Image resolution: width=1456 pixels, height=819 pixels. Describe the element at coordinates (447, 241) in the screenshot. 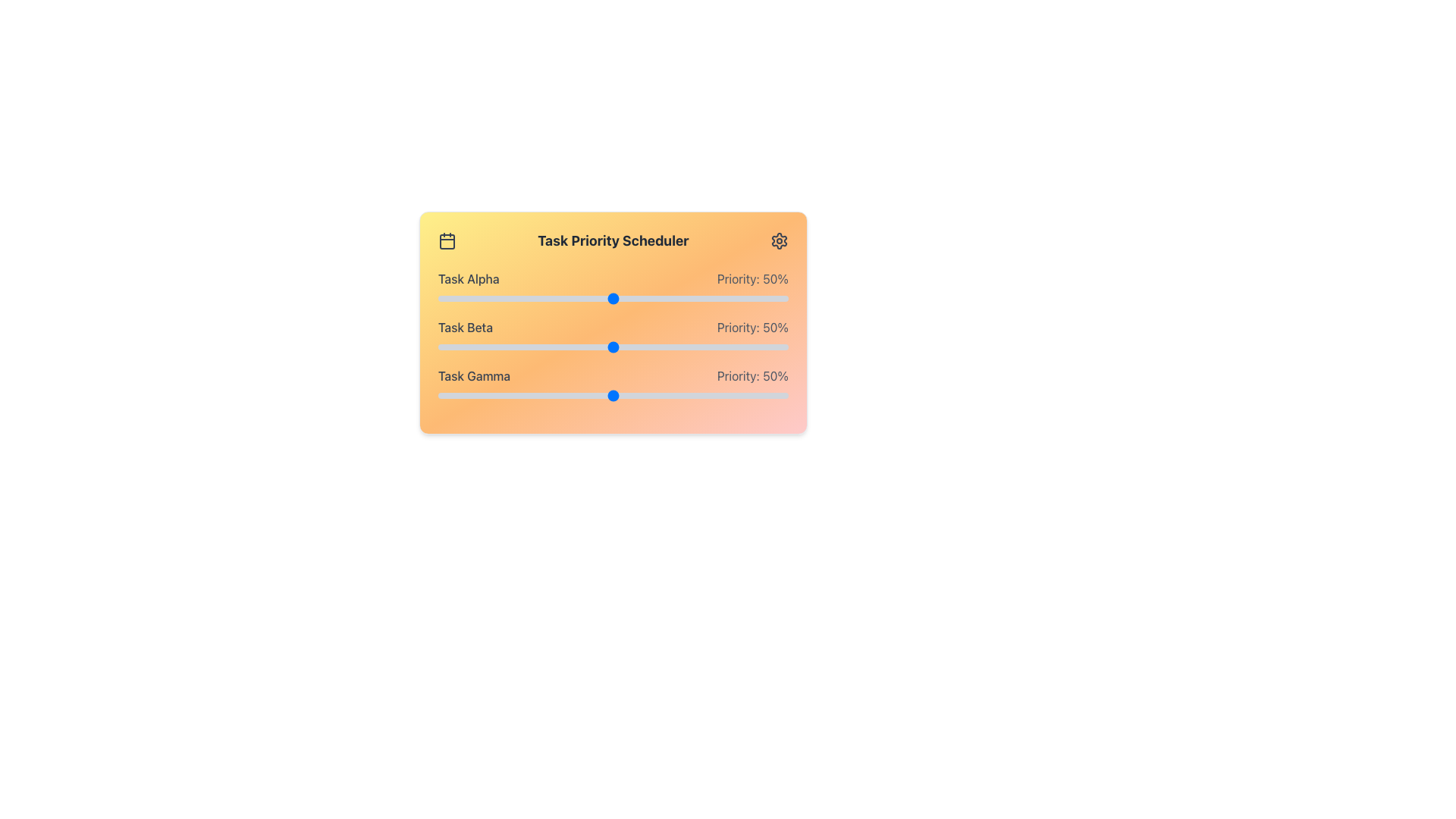

I see `the central content area of the calendar icon, which is a decorative rectangle with slightly rounded corners and a distinct background color` at that location.